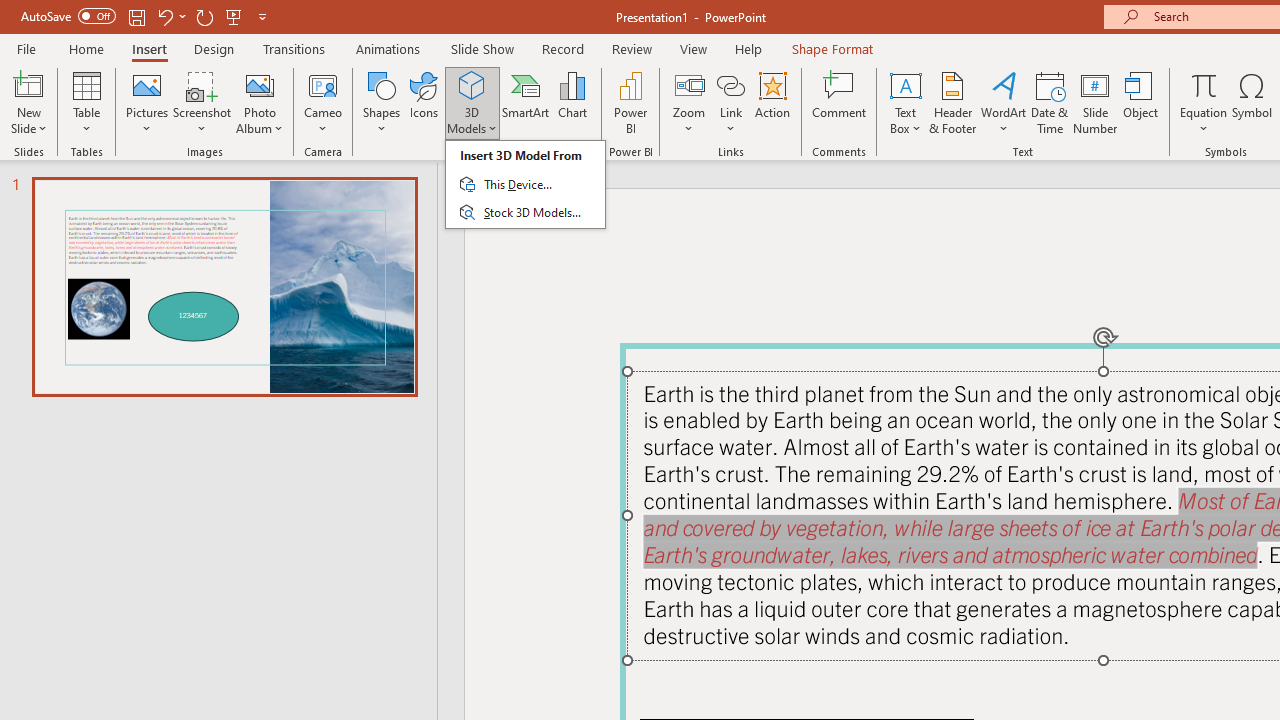 The height and width of the screenshot is (720, 1280). What do you see at coordinates (258, 103) in the screenshot?
I see `'Photo Album...'` at bounding box center [258, 103].